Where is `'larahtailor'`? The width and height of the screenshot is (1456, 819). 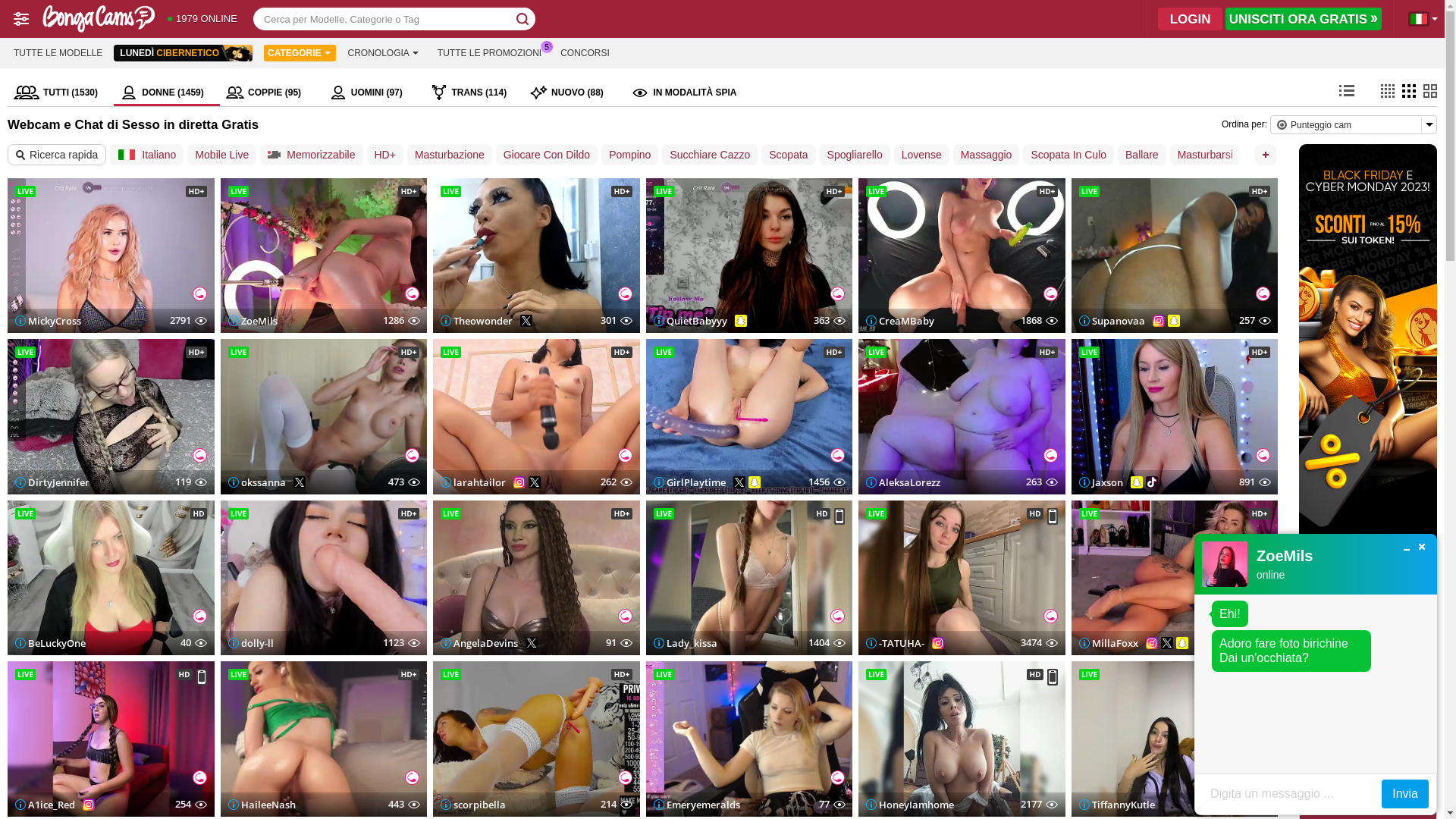 'larahtailor' is located at coordinates (472, 482).